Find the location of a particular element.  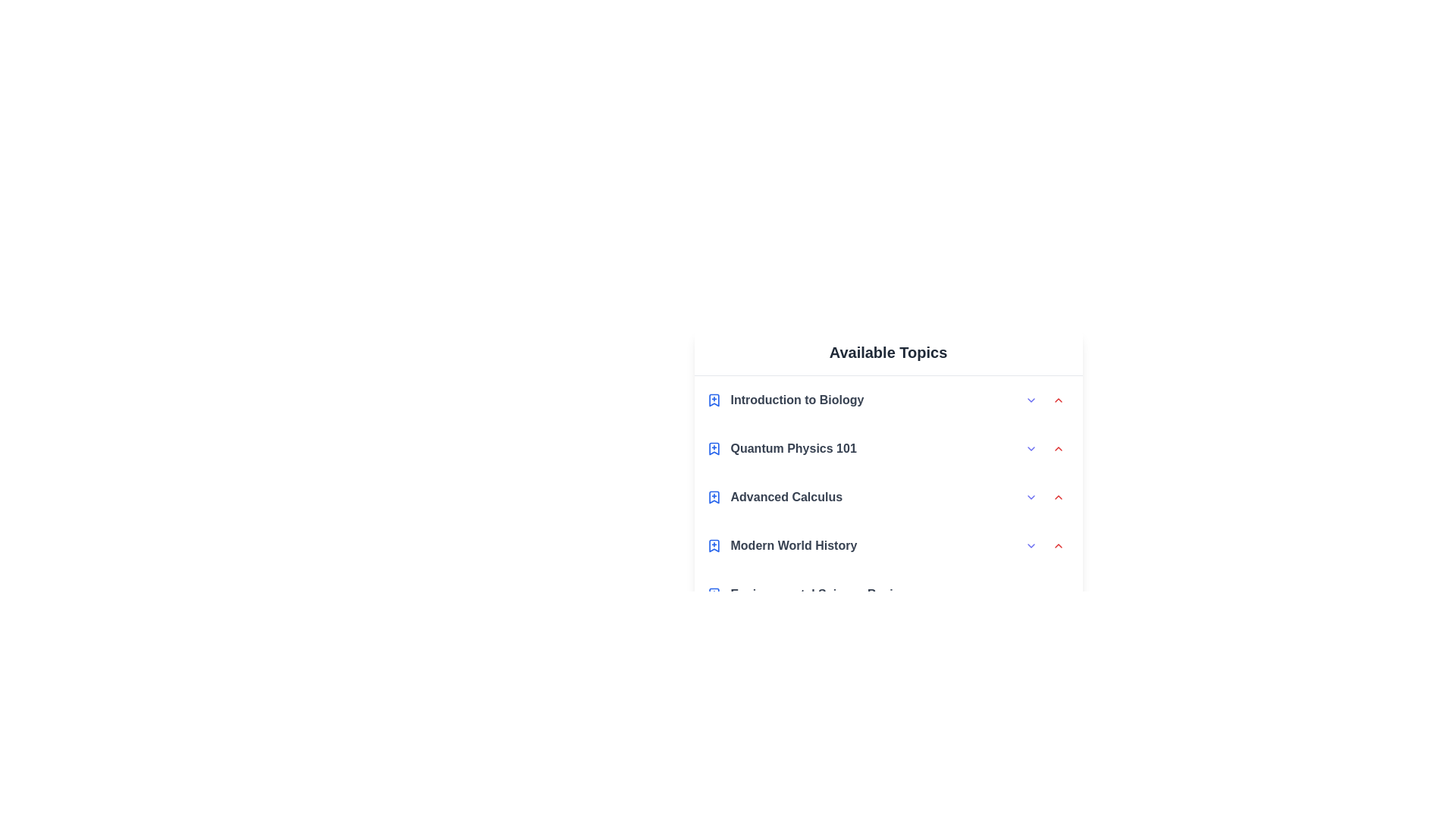

the collapse arrow for the topic Introduction to Biology is located at coordinates (1057, 400).